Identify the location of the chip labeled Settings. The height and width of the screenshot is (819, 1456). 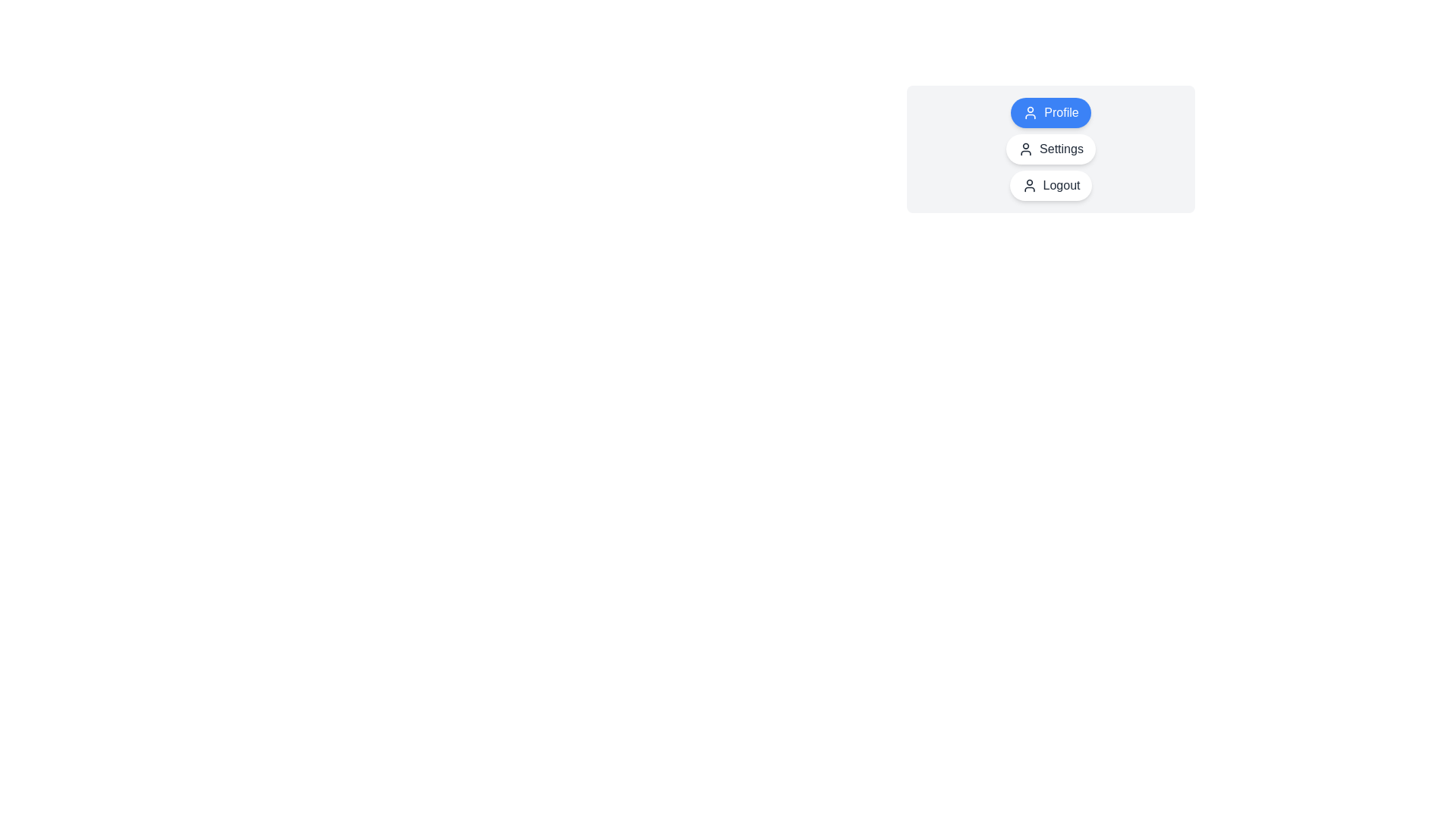
(1050, 149).